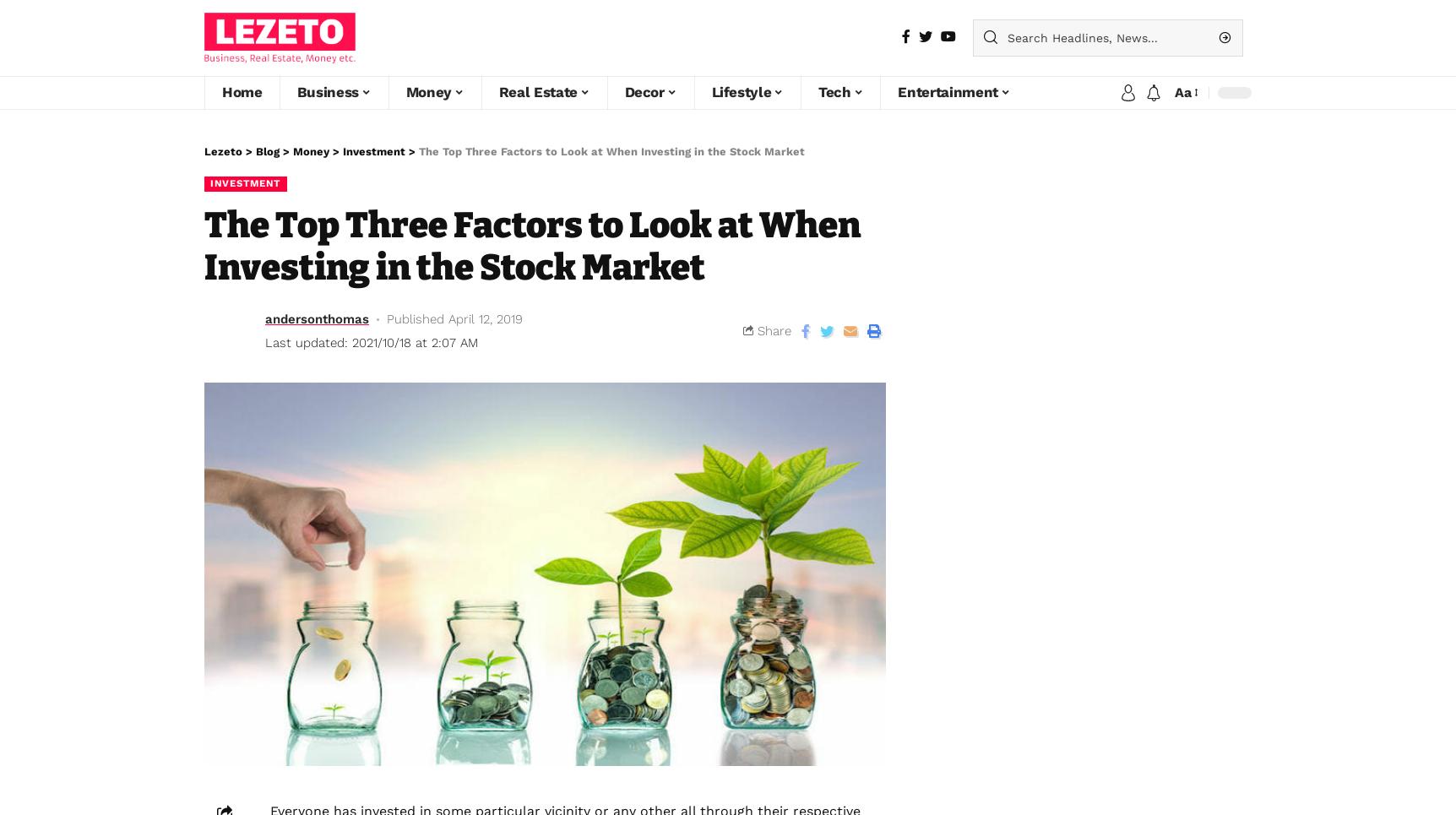 The width and height of the screenshot is (1456, 815). What do you see at coordinates (264, 341) in the screenshot?
I see `'Last updated: 2021/10/18 at 2:07 AM'` at bounding box center [264, 341].